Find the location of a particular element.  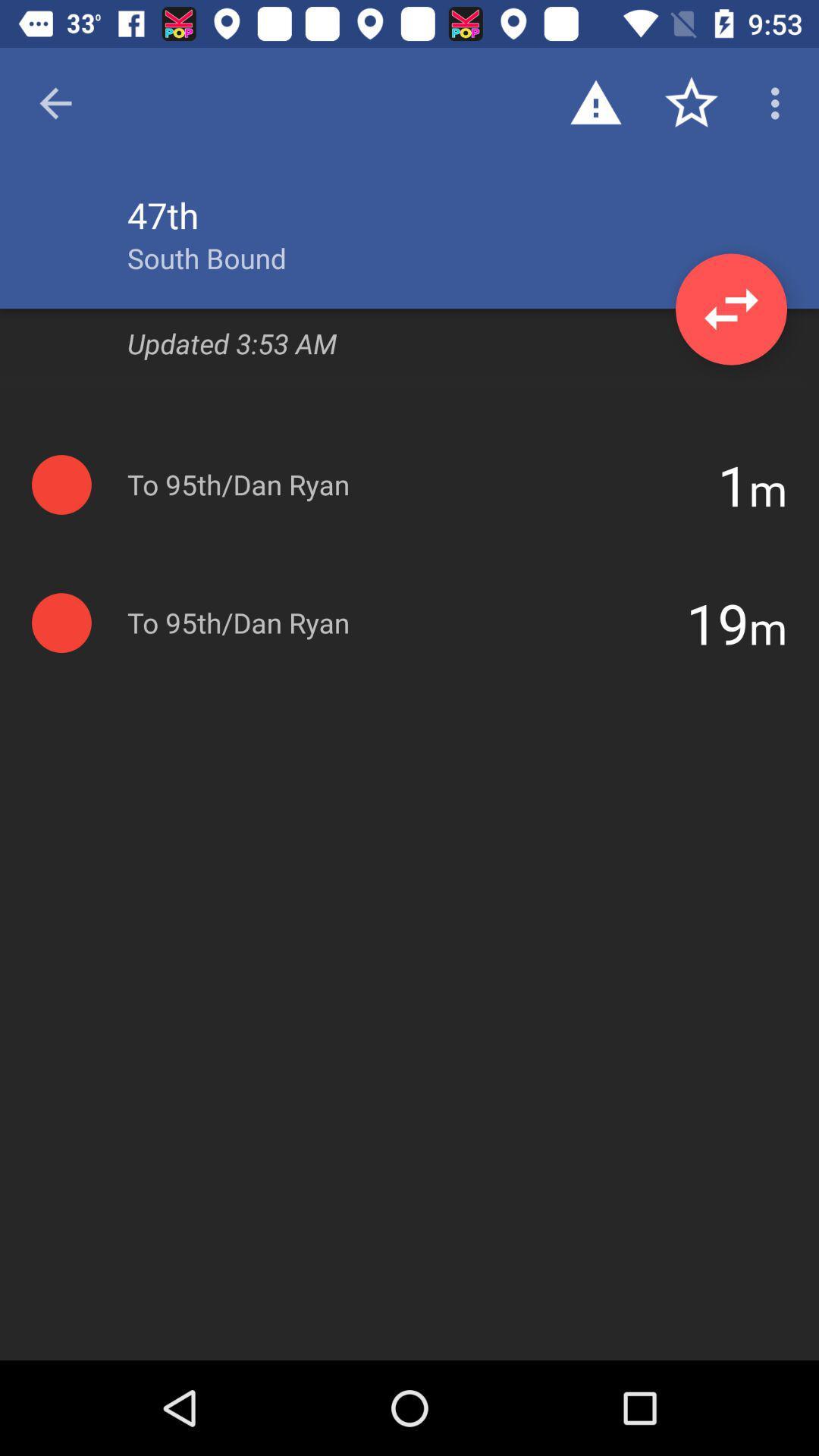

the 1 item is located at coordinates (733, 484).